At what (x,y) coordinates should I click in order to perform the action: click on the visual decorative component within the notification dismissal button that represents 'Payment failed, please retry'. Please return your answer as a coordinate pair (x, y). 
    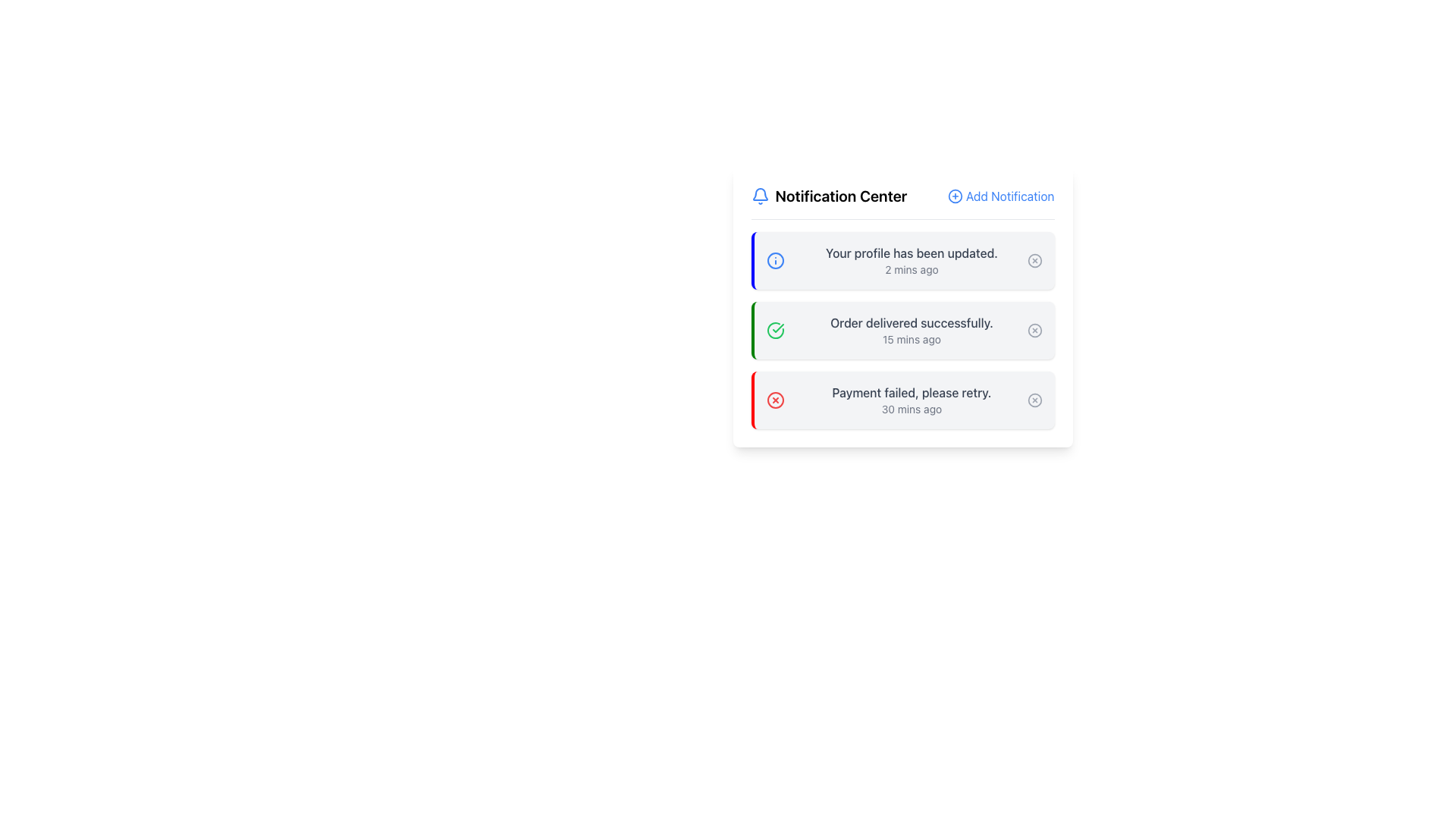
    Looking at the image, I should click on (1034, 400).